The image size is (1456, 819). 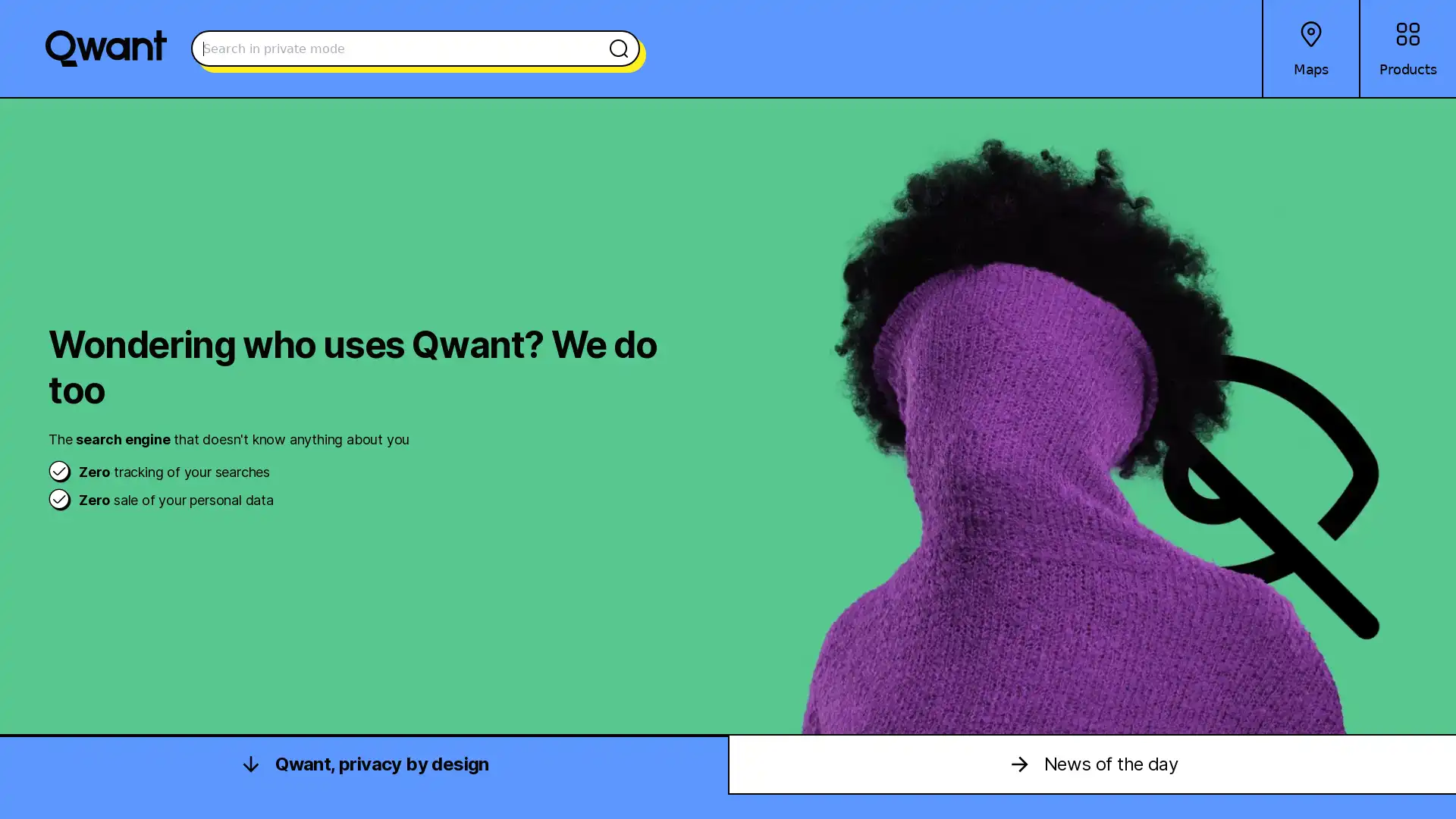 What do you see at coordinates (619, 48) in the screenshot?
I see `Search the web` at bounding box center [619, 48].